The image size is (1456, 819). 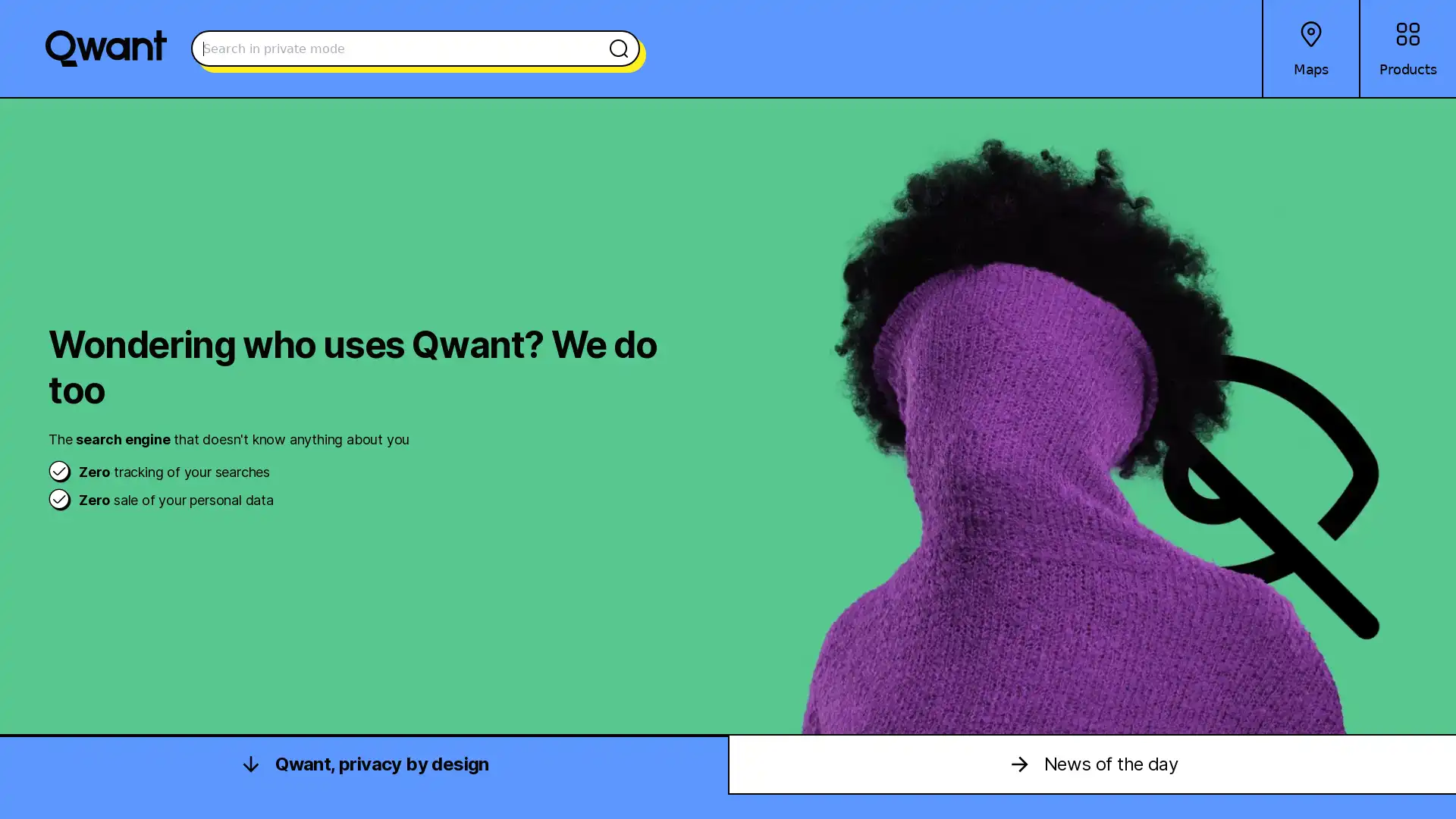 What do you see at coordinates (619, 48) in the screenshot?
I see `Search the web` at bounding box center [619, 48].